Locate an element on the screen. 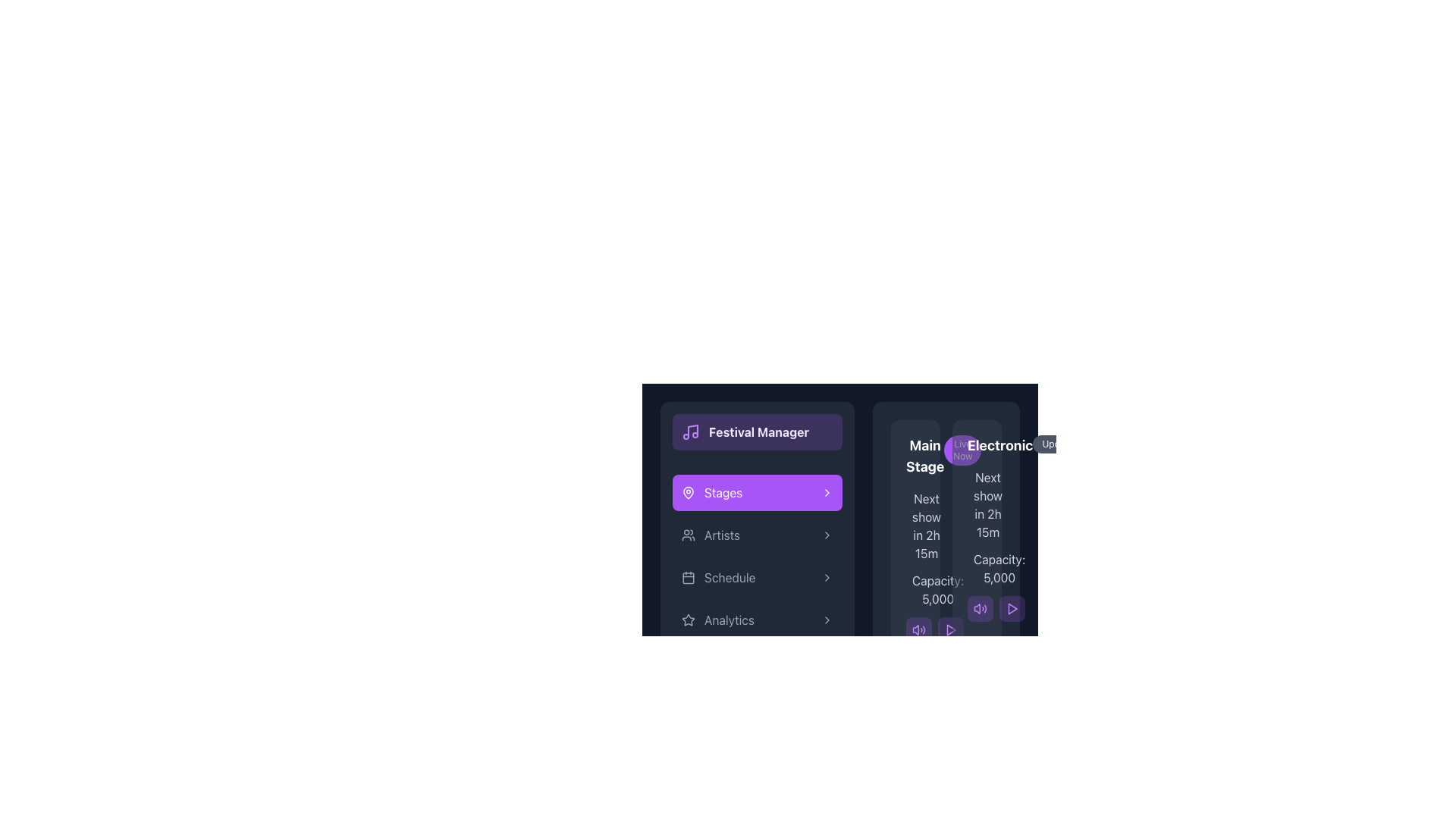 The height and width of the screenshot is (819, 1456). the audio-related icon button featuring a volume symbol, which is the leftmost of three similar icons located below the 'Electronic' text in the second card of the interface is located at coordinates (915, 629).